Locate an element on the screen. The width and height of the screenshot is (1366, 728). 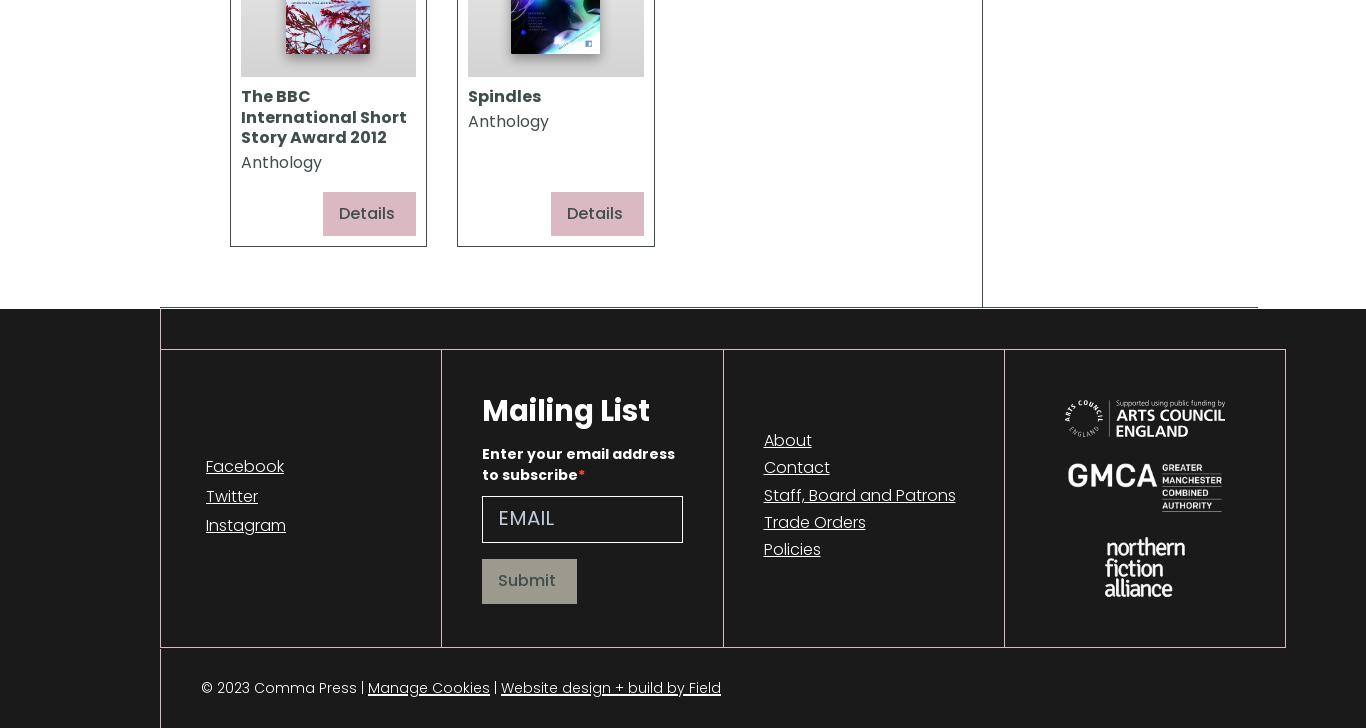
'Website design + build by Field' is located at coordinates (610, 687).